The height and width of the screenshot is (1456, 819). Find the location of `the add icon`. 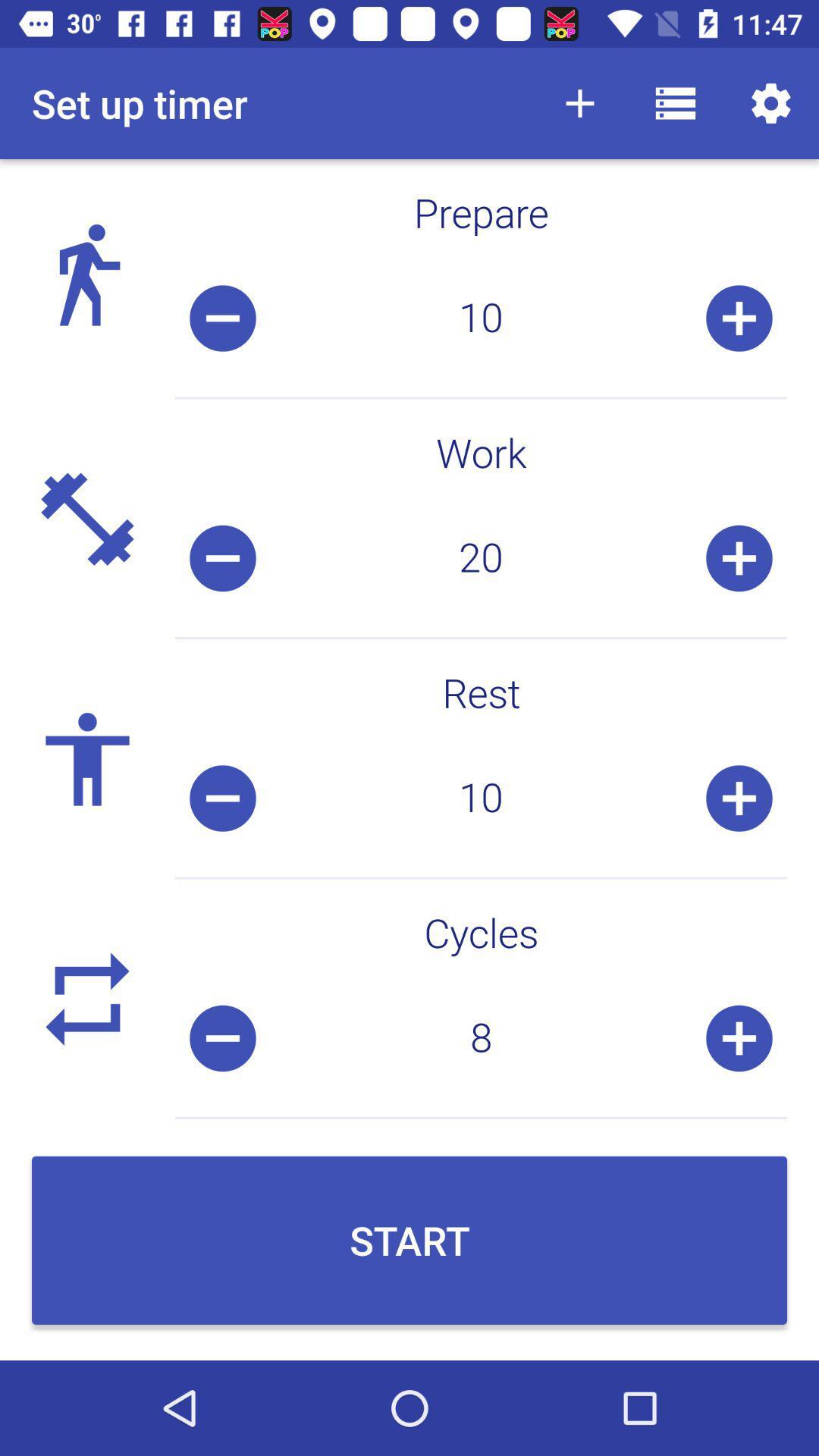

the add icon is located at coordinates (739, 557).